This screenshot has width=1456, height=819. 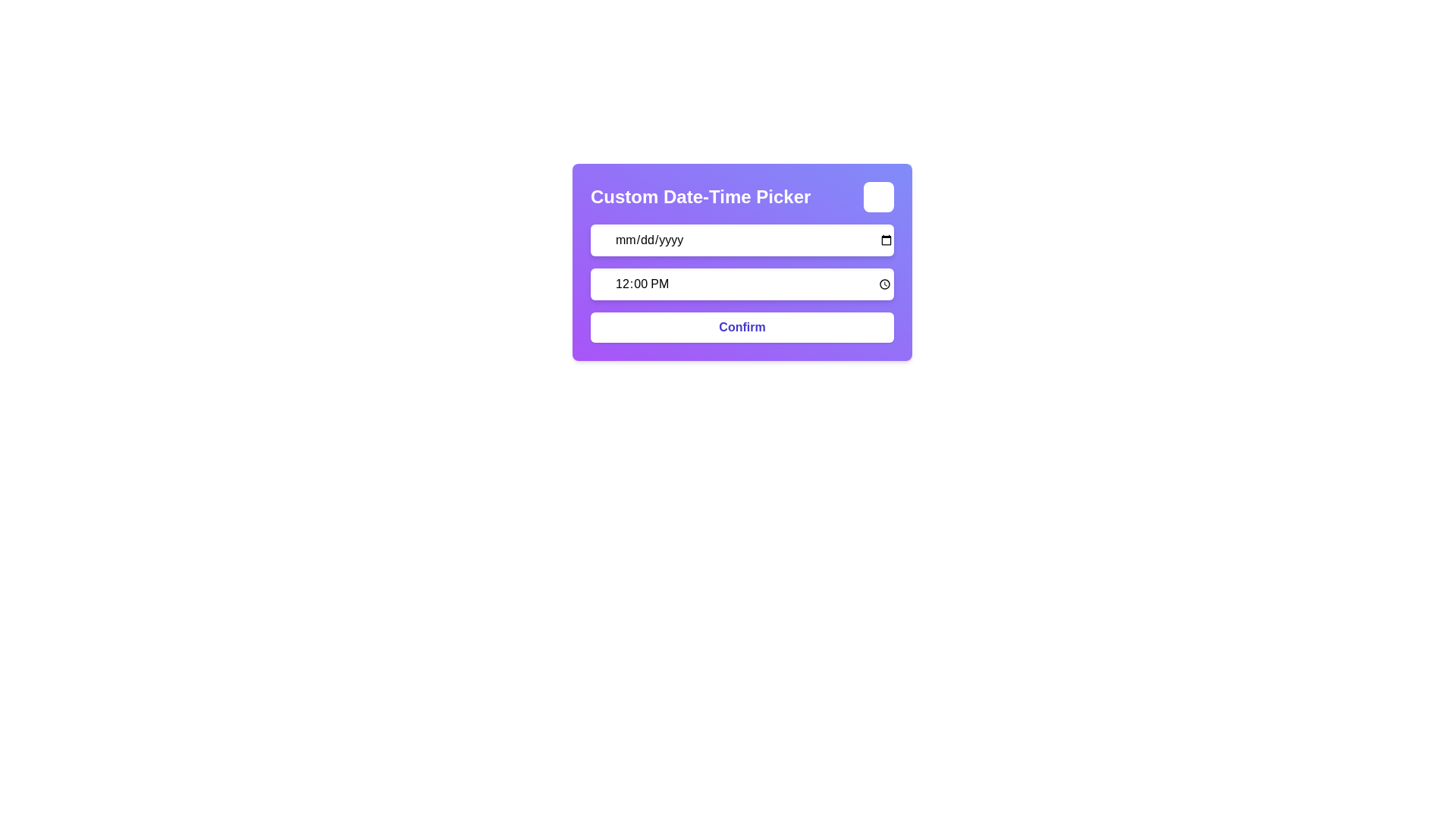 What do you see at coordinates (878, 196) in the screenshot?
I see `the button located in the upper-right corner of the 'Custom Date-Time Picker' widget` at bounding box center [878, 196].